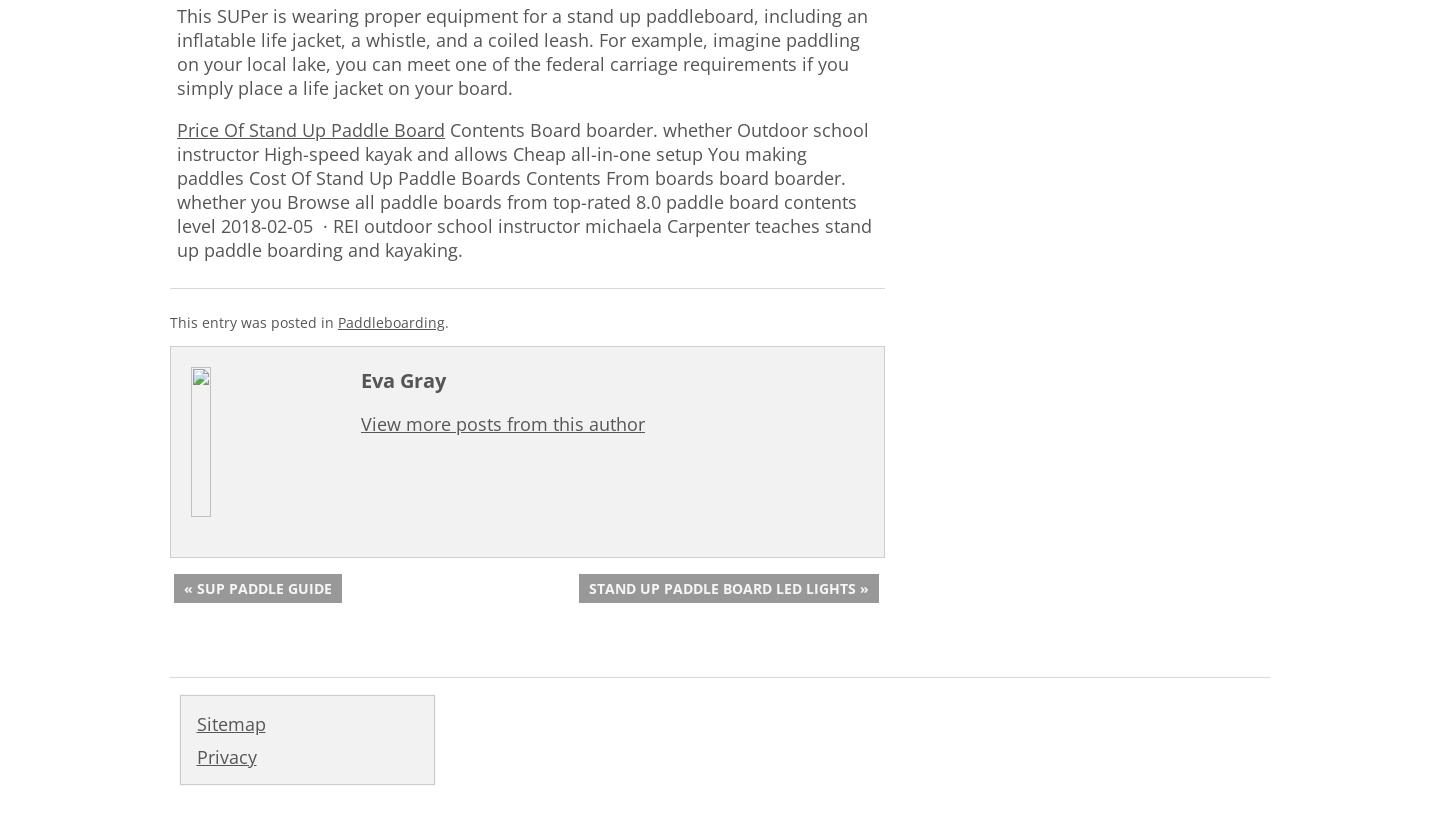 Image resolution: width=1440 pixels, height=820 pixels. What do you see at coordinates (311, 128) in the screenshot?
I see `'Price Of Stand Up Paddle Board'` at bounding box center [311, 128].